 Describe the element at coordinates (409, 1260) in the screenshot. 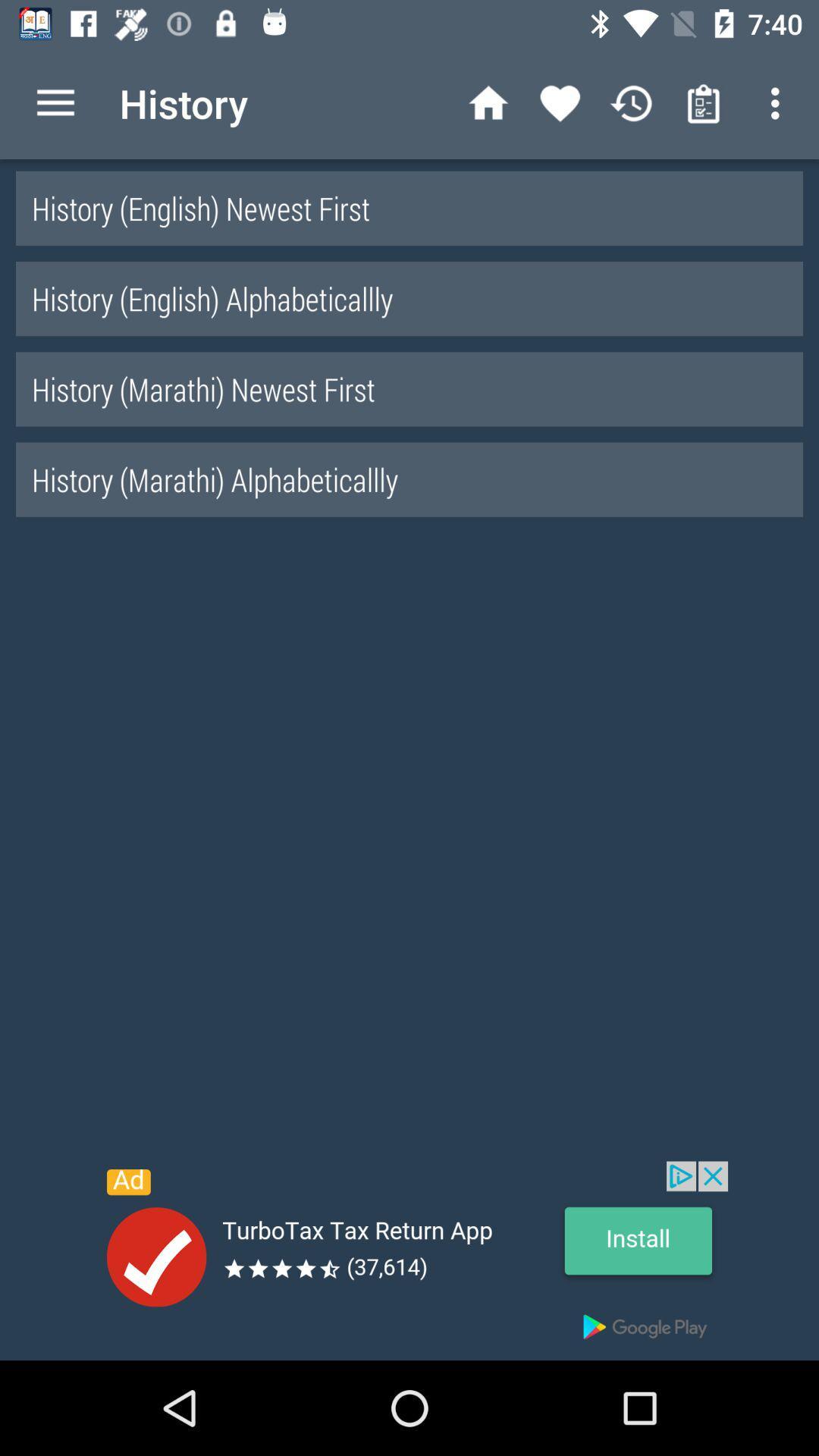

I see `turbotax add` at that location.